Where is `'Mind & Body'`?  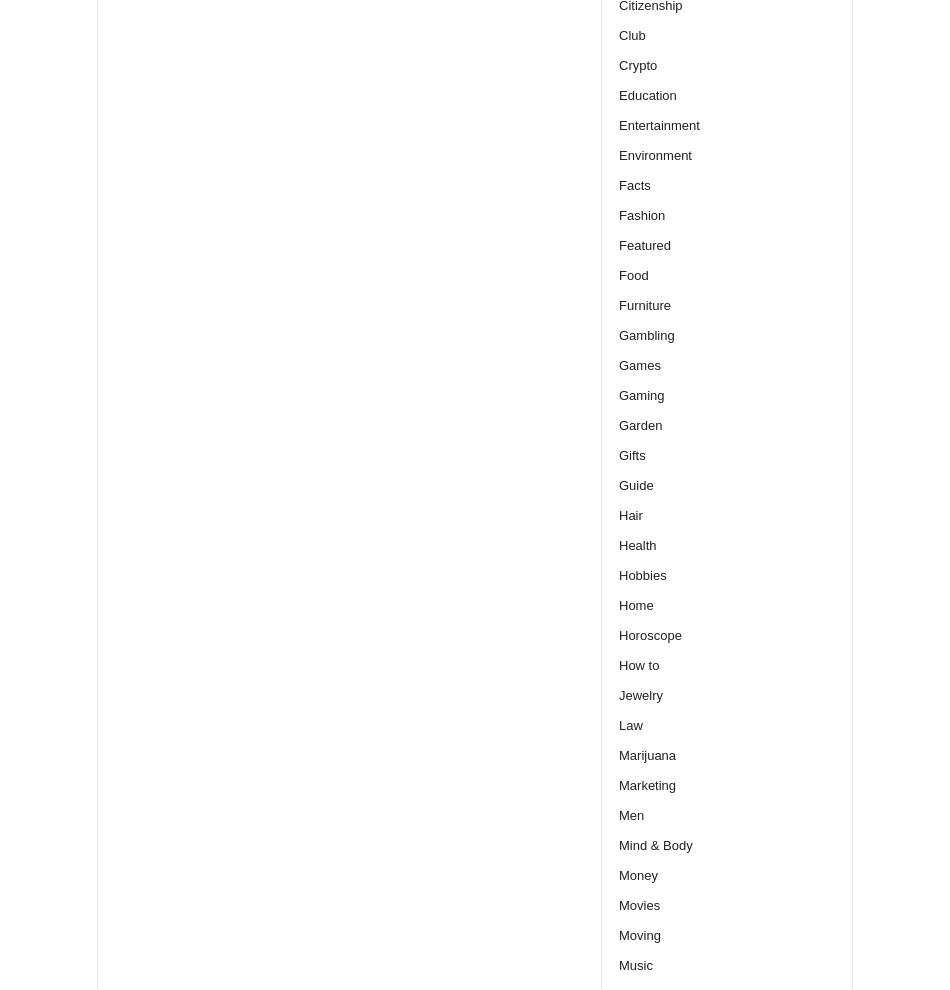
'Mind & Body' is located at coordinates (655, 844).